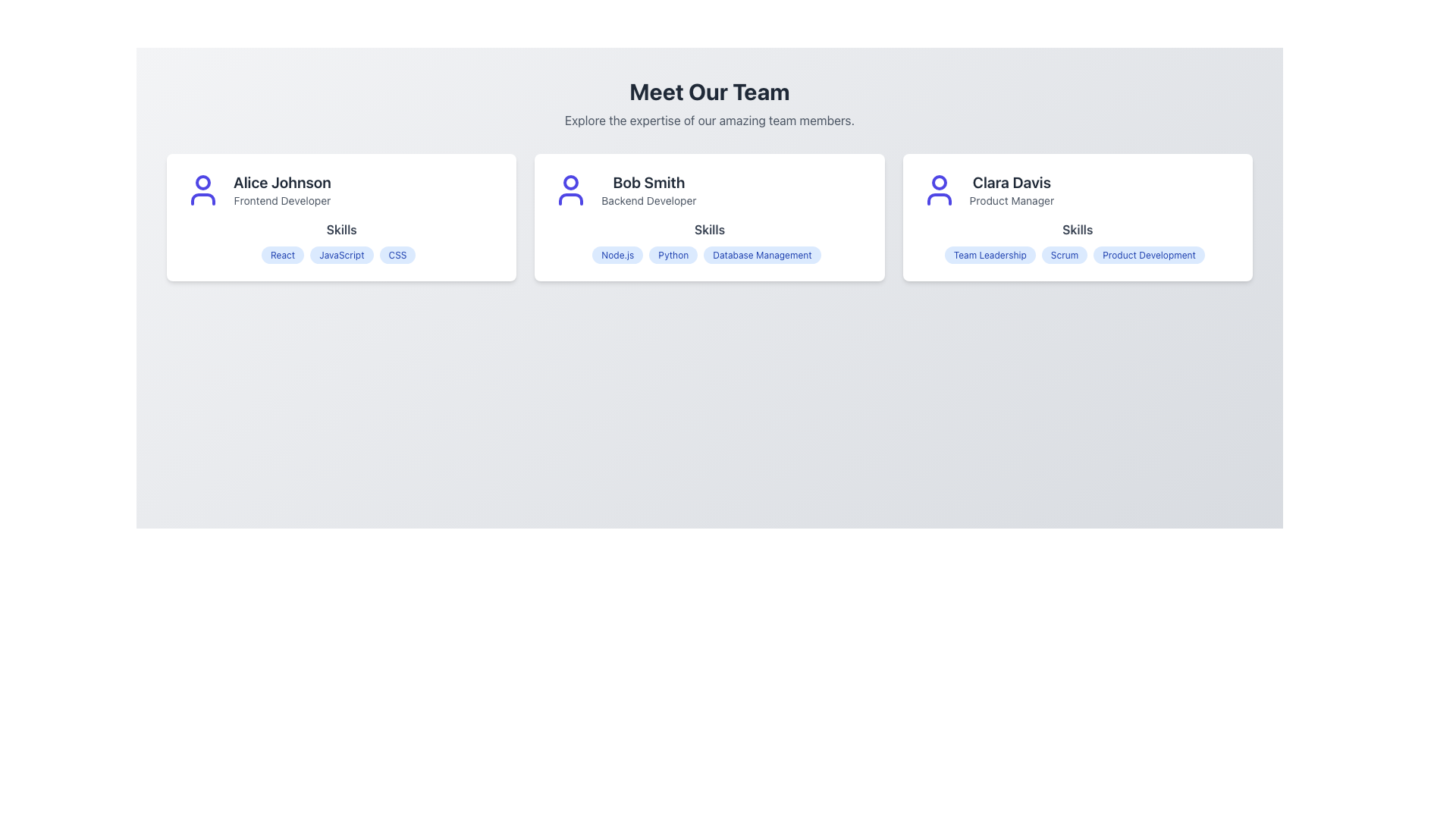 The height and width of the screenshot is (819, 1456). I want to click on the bold text label displaying 'Bob Smith', which is positioned above the subtitle 'Backend Developer' in the middle card of a three-card layout, so click(648, 181).